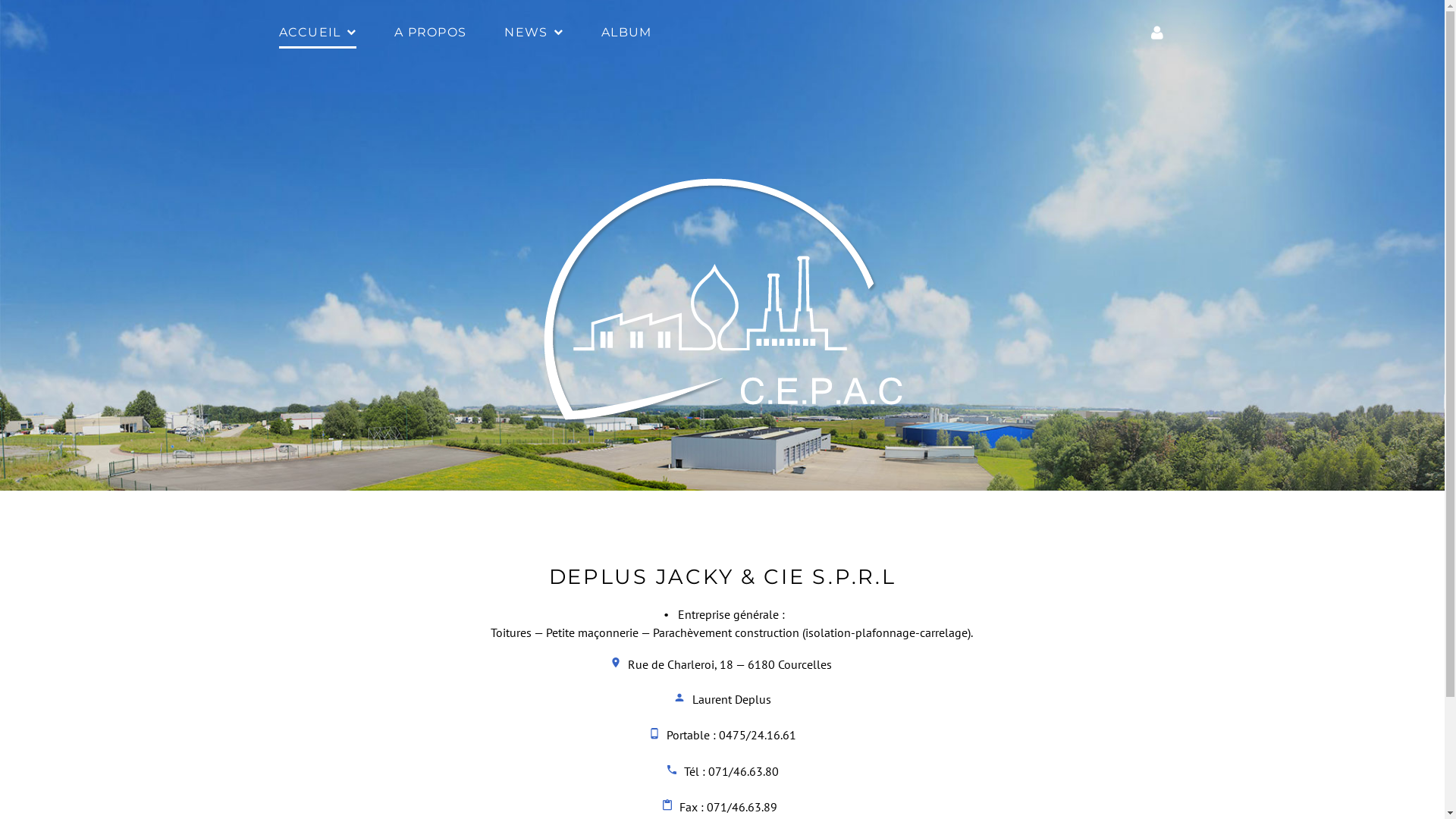 Image resolution: width=1456 pixels, height=819 pixels. Describe the element at coordinates (626, 33) in the screenshot. I see `'ALBUM'` at that location.